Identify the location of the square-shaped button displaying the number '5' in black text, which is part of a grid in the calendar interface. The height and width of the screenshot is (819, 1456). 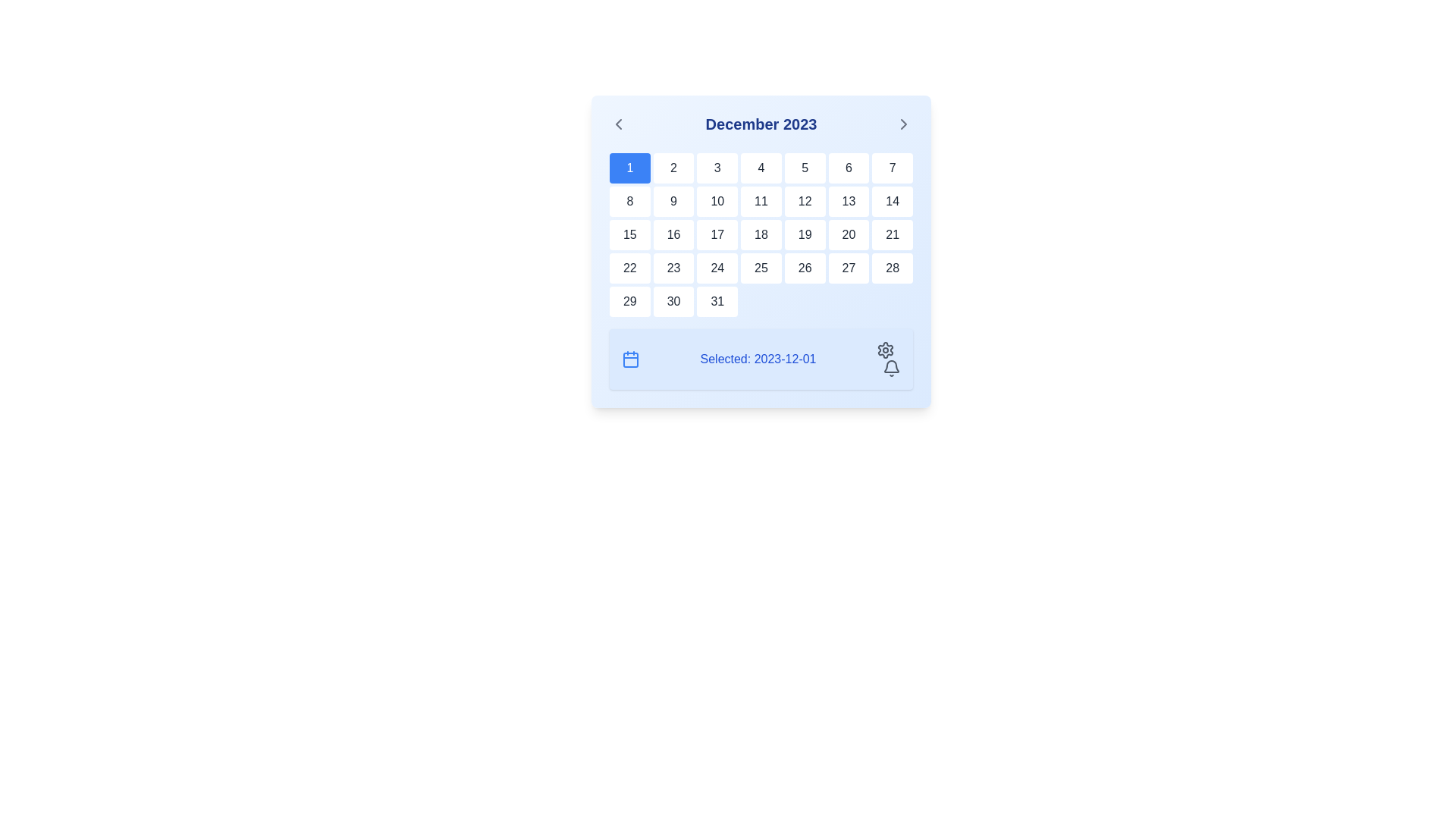
(804, 168).